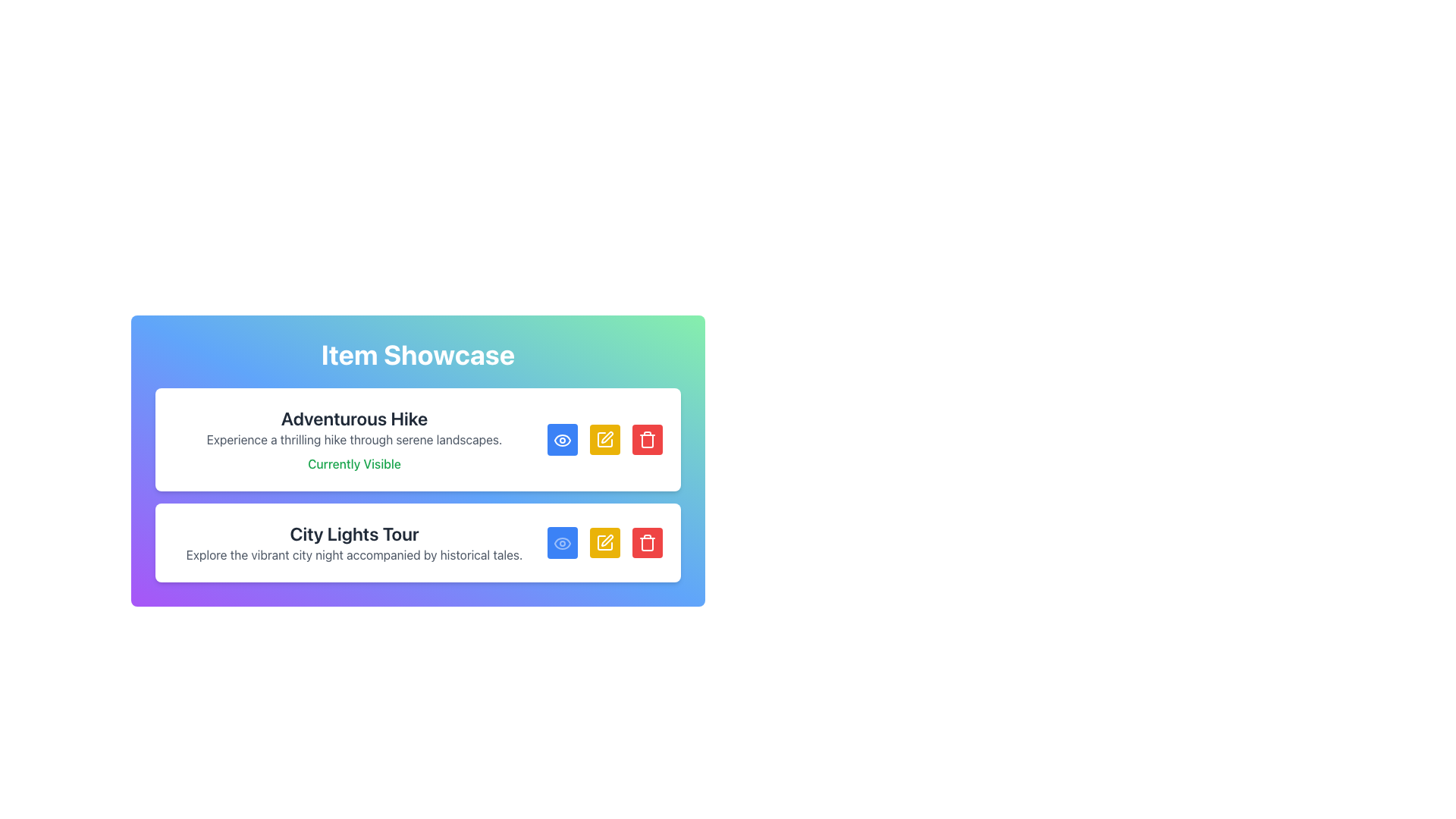  I want to click on bold text label 'City Lights Tour' located in the lower card section above the descriptive text, so click(353, 533).